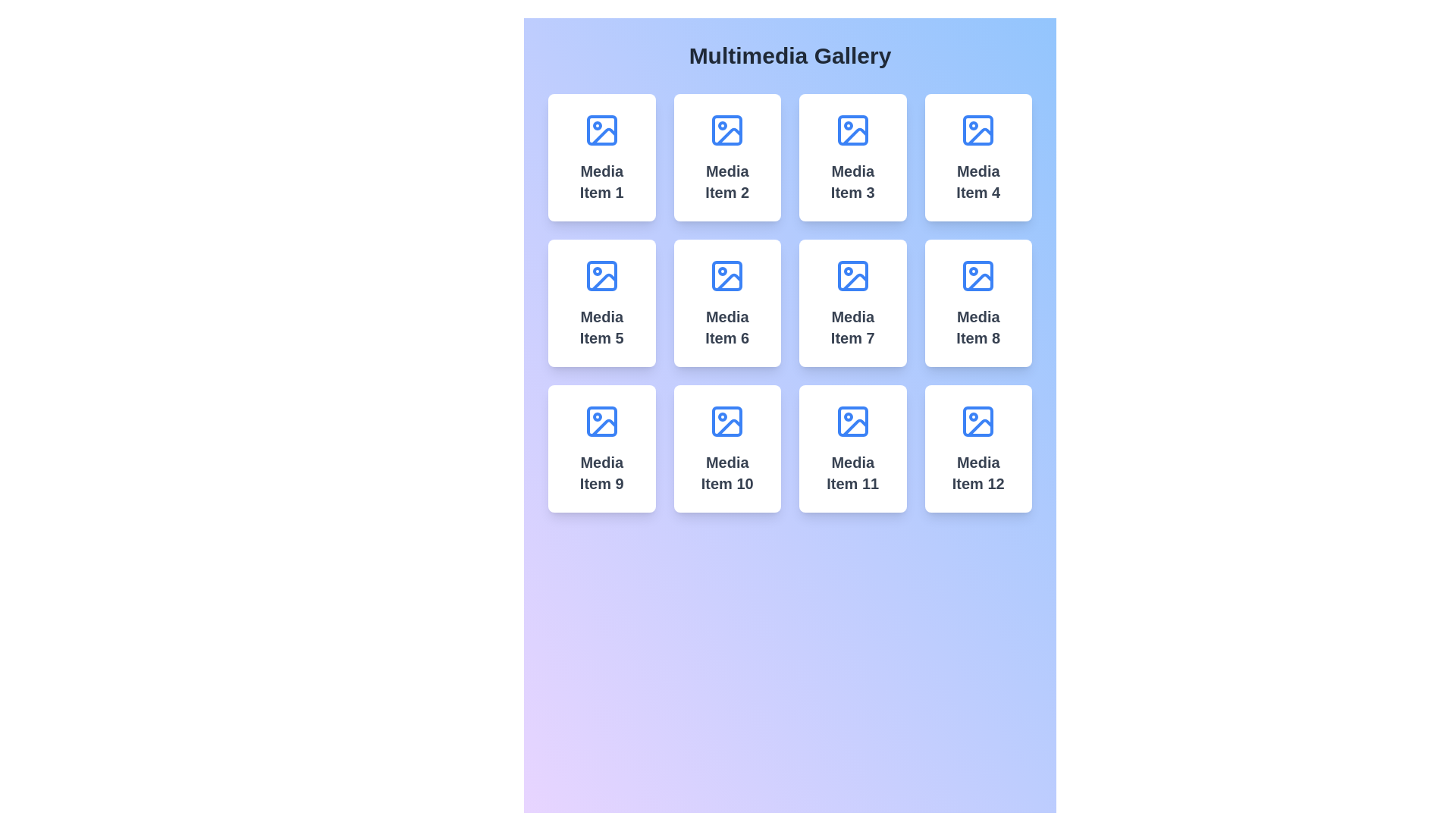  Describe the element at coordinates (852, 421) in the screenshot. I see `the media icon located in the central upper area of the card labeled 'Media Item 11' in the 4x3 grid layout` at that location.